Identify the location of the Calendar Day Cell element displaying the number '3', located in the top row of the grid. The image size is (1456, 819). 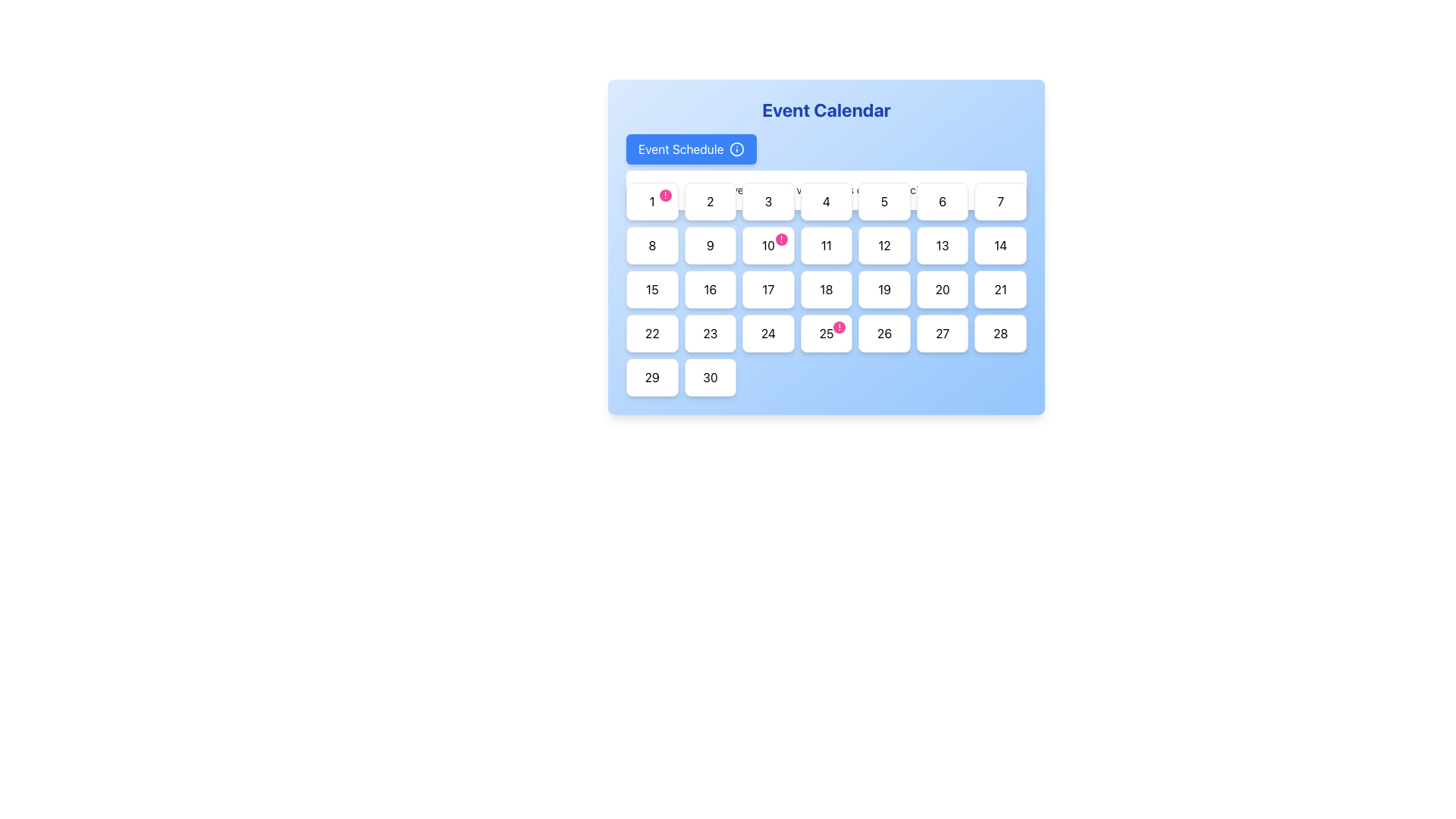
(768, 201).